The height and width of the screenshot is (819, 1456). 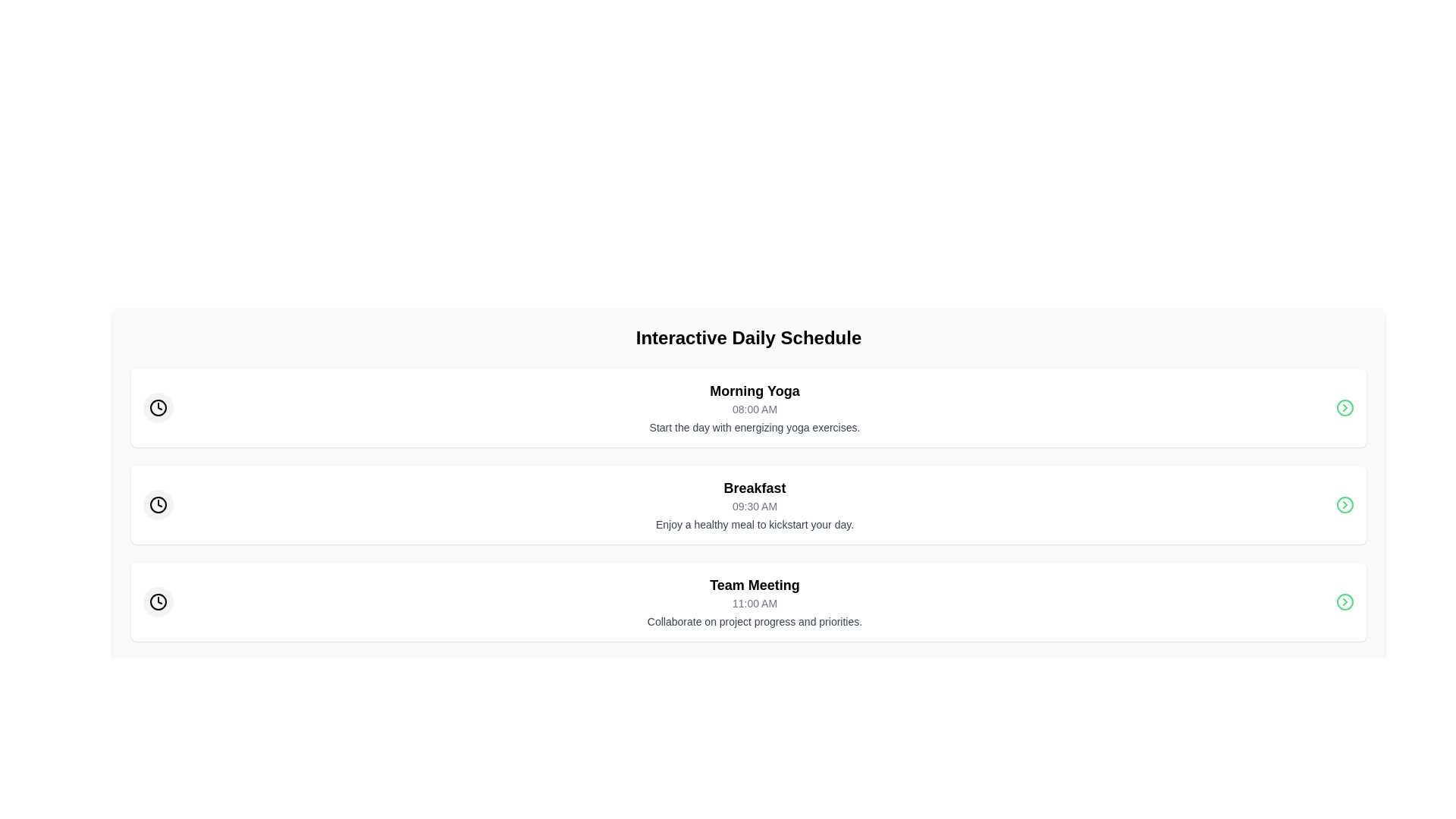 What do you see at coordinates (755, 584) in the screenshot?
I see `text of the Text Label that identifies the context of the schedule event, positioned above the time '11:00 AM' and the description text` at bounding box center [755, 584].